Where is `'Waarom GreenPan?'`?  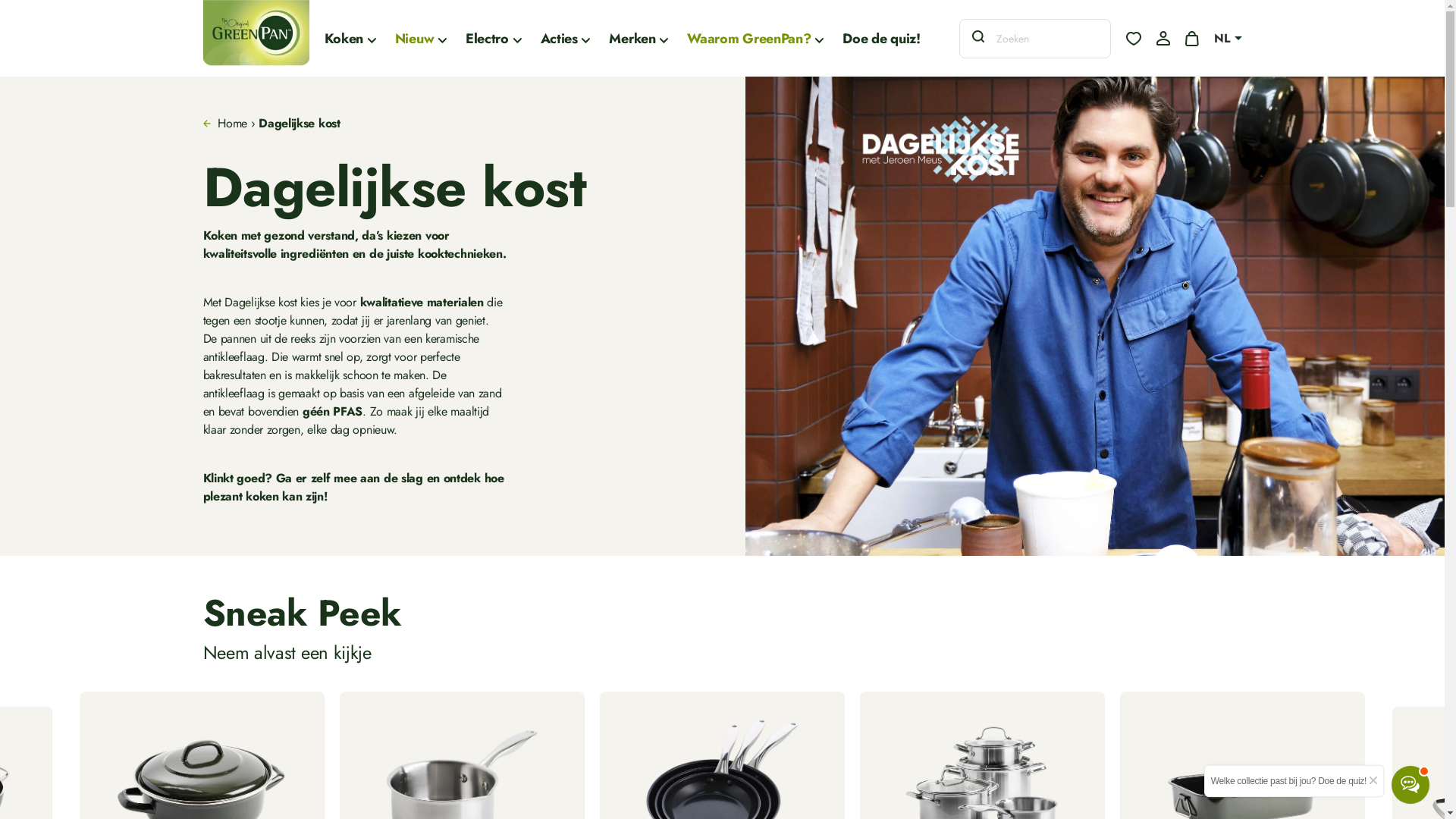 'Waarom GreenPan?' is located at coordinates (755, 37).